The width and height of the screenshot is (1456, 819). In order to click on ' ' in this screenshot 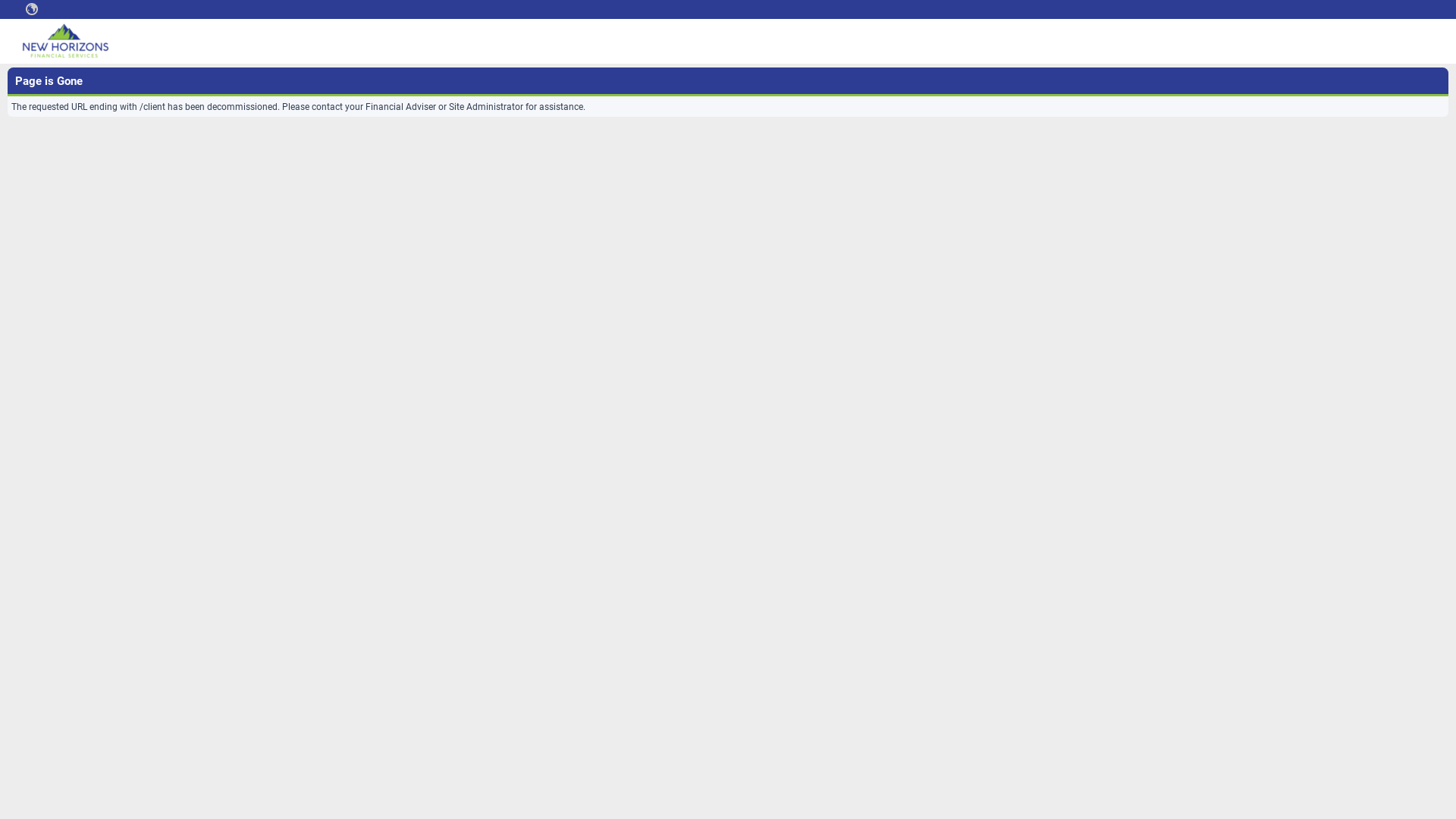, I will do `click(19, 8)`.